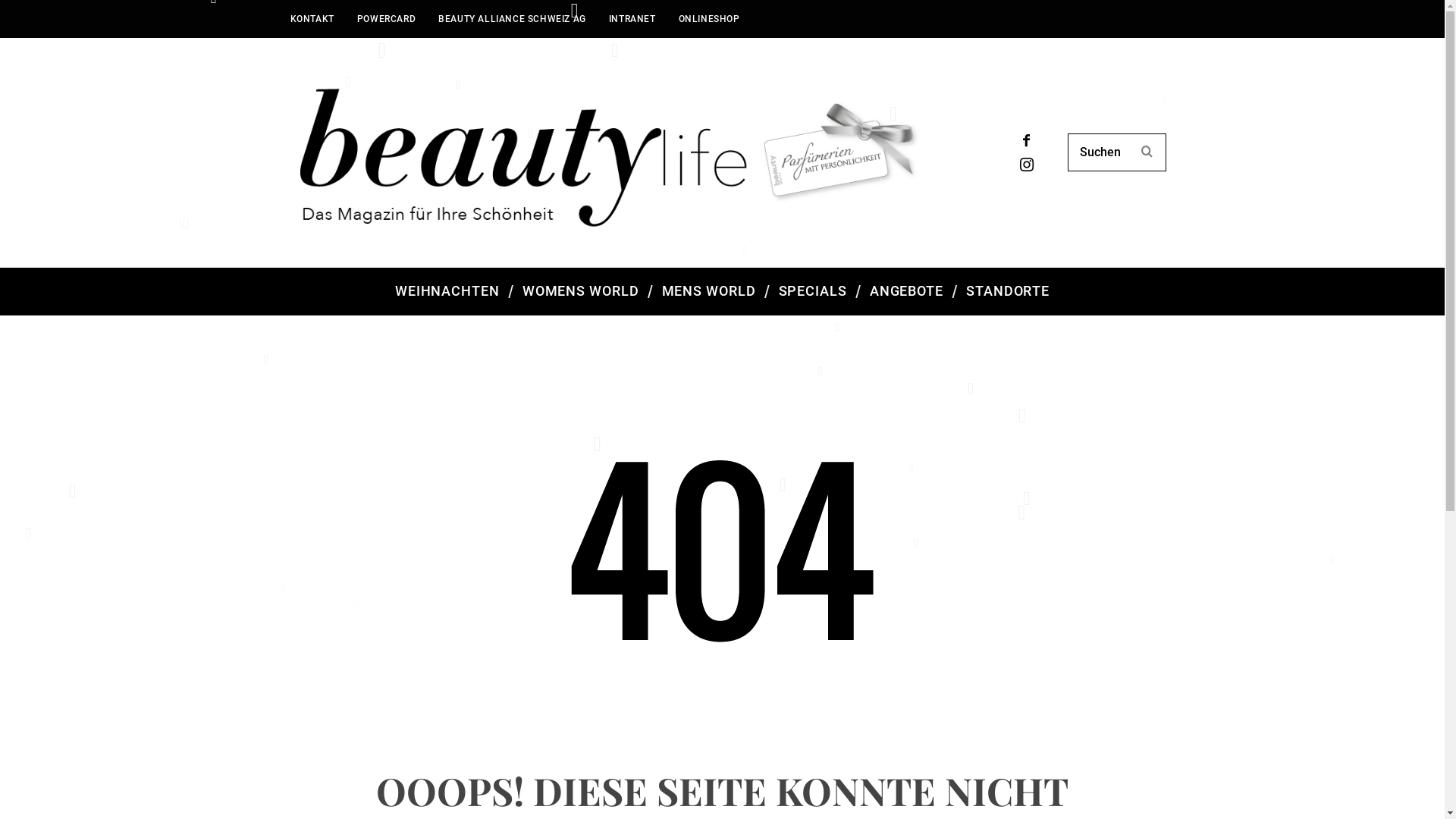  What do you see at coordinates (279, 18) in the screenshot?
I see `'KONTAKT'` at bounding box center [279, 18].